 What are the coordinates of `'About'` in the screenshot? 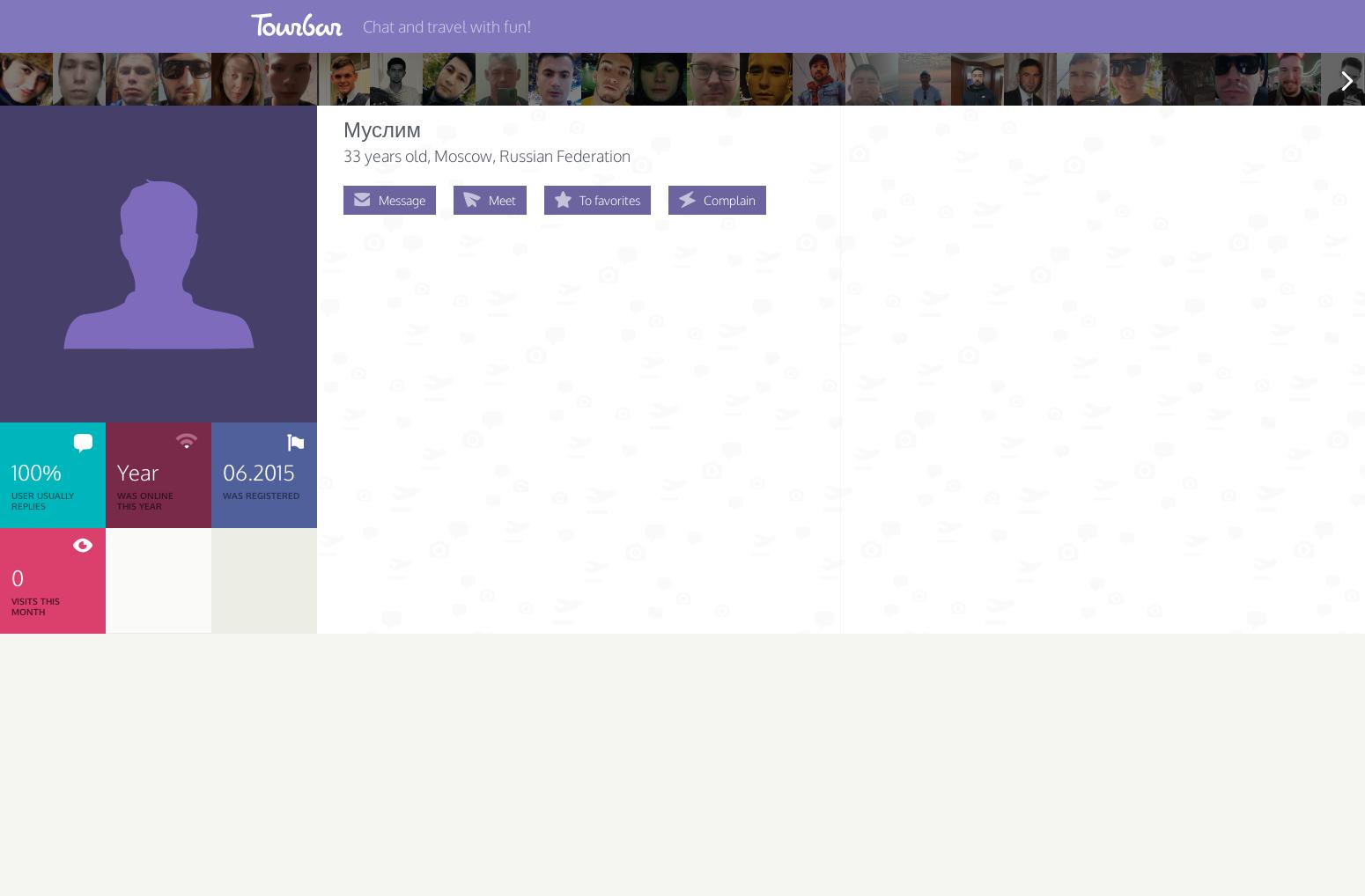 It's located at (16, 225).